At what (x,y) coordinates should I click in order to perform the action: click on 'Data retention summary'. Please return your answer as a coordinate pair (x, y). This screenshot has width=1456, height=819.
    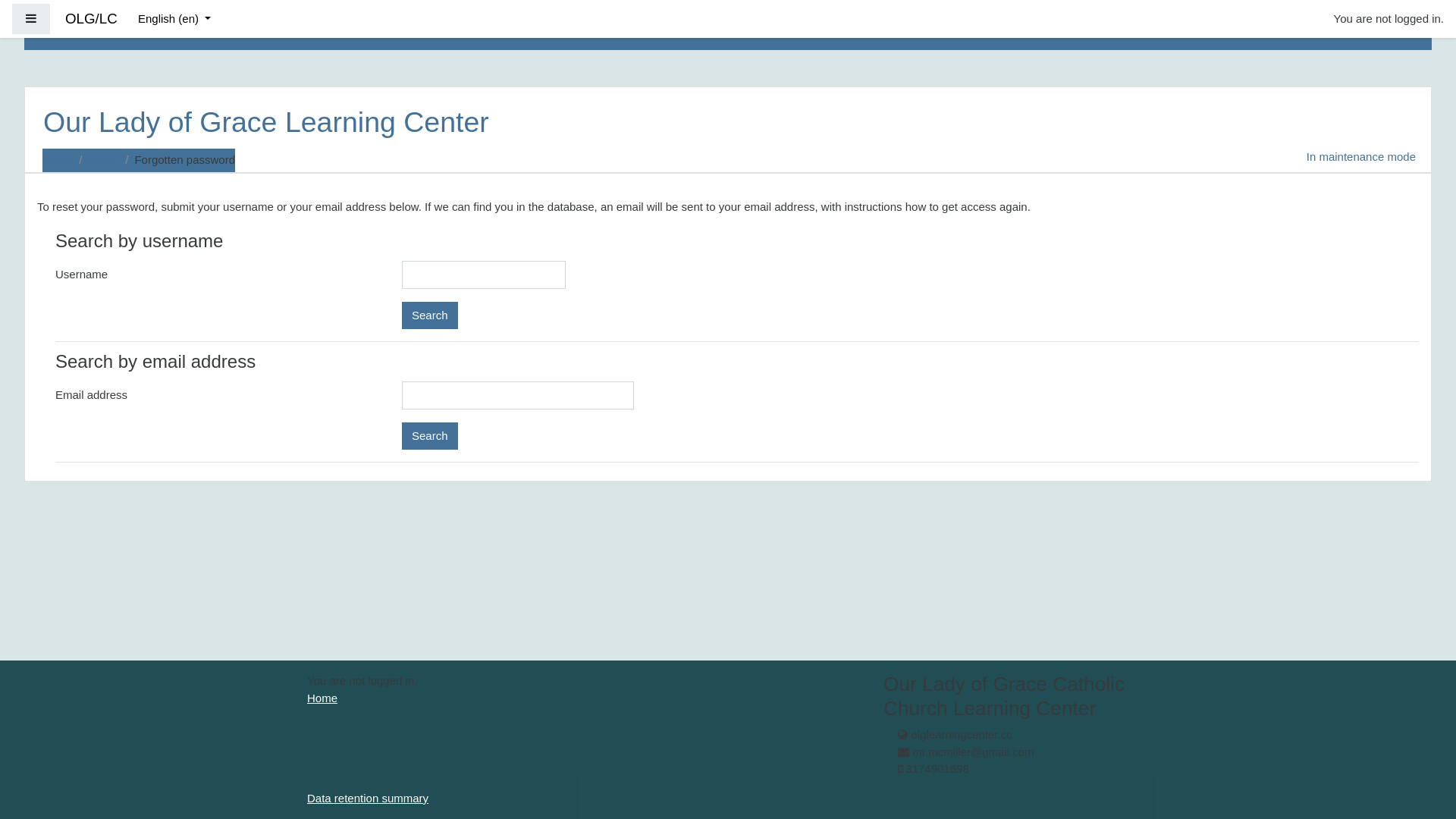
    Looking at the image, I should click on (367, 797).